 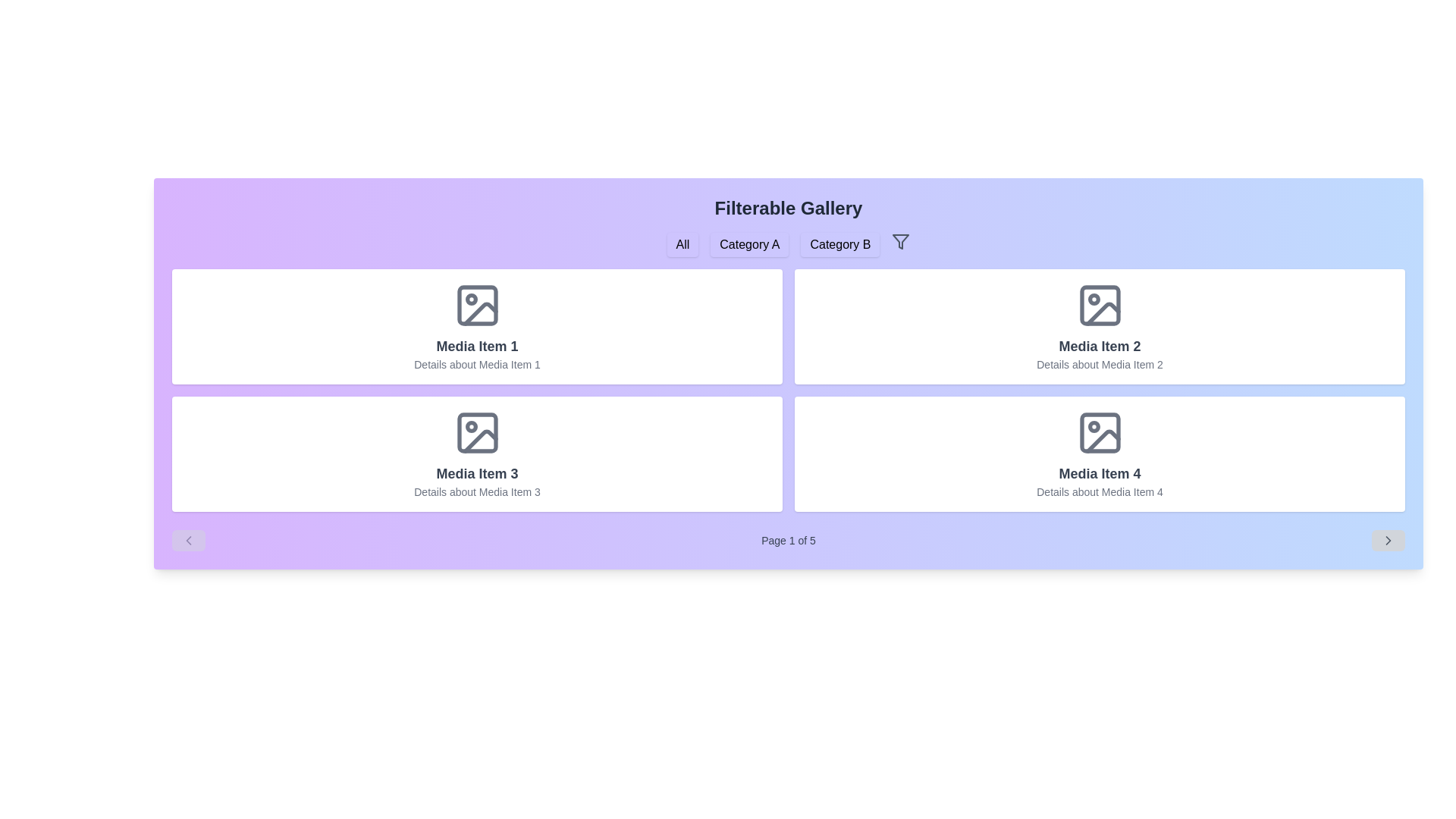 What do you see at coordinates (1100, 305) in the screenshot?
I see `the icon located at the top of the card titled 'Media Item 2' in the upper-right quadrant of the gallery grid` at bounding box center [1100, 305].